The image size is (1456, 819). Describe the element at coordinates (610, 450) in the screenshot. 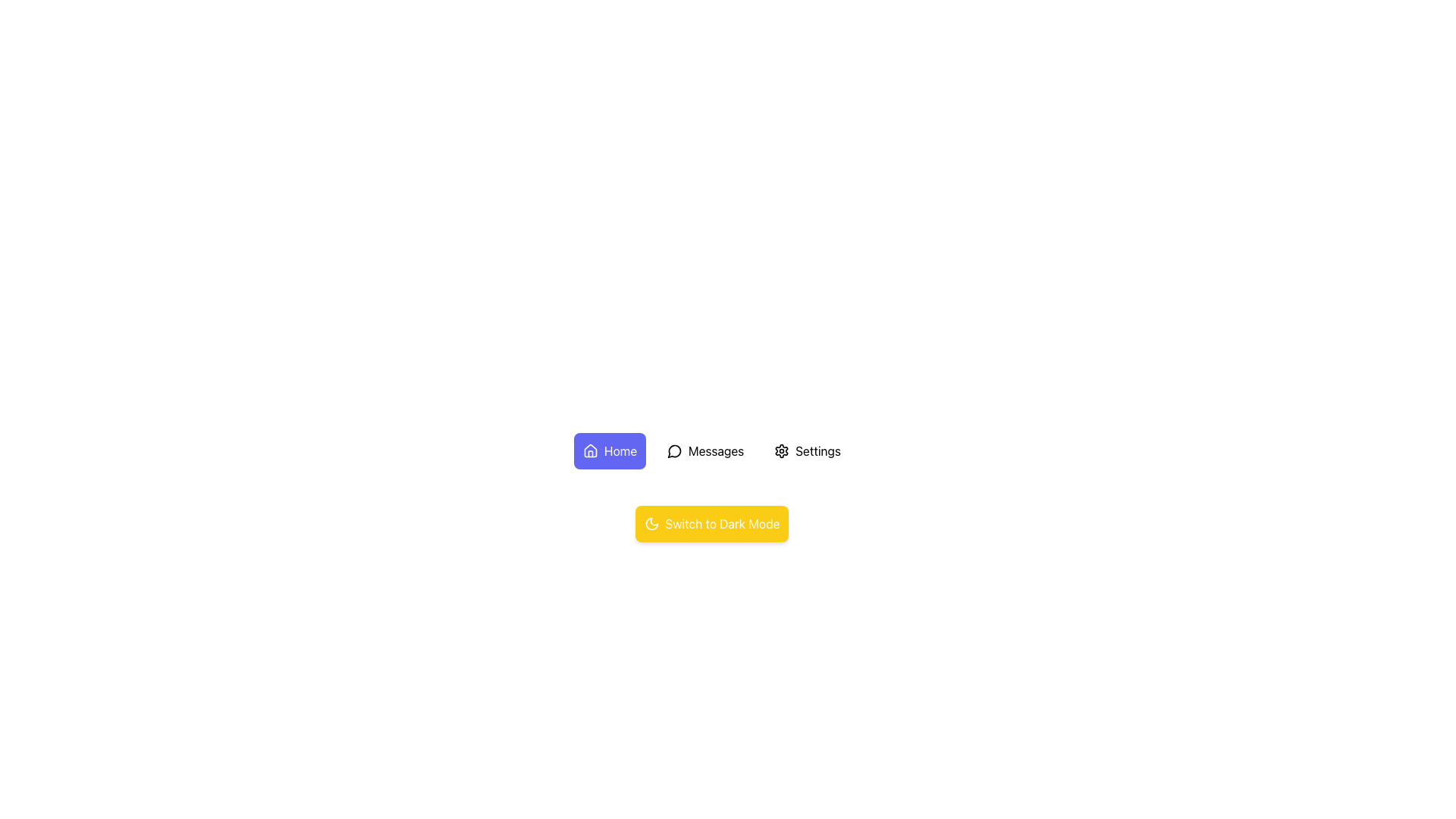

I see `the 'Home' button, which is the first button in a row of three options, located in the lower central region of the interface` at that location.